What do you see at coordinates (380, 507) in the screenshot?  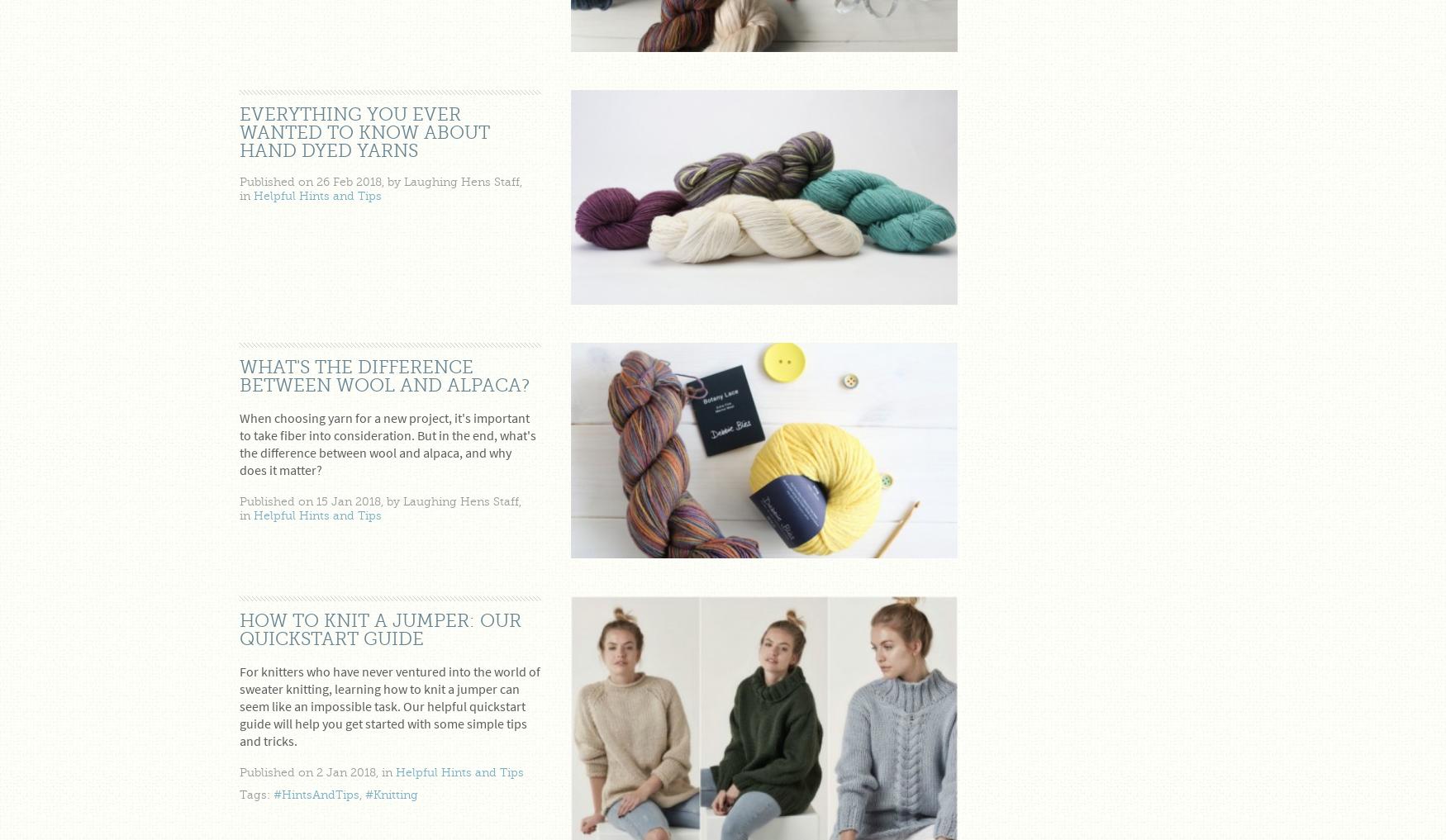 I see `'Published on 15 Jan 2018, by Laughing Hens Staff, in'` at bounding box center [380, 507].